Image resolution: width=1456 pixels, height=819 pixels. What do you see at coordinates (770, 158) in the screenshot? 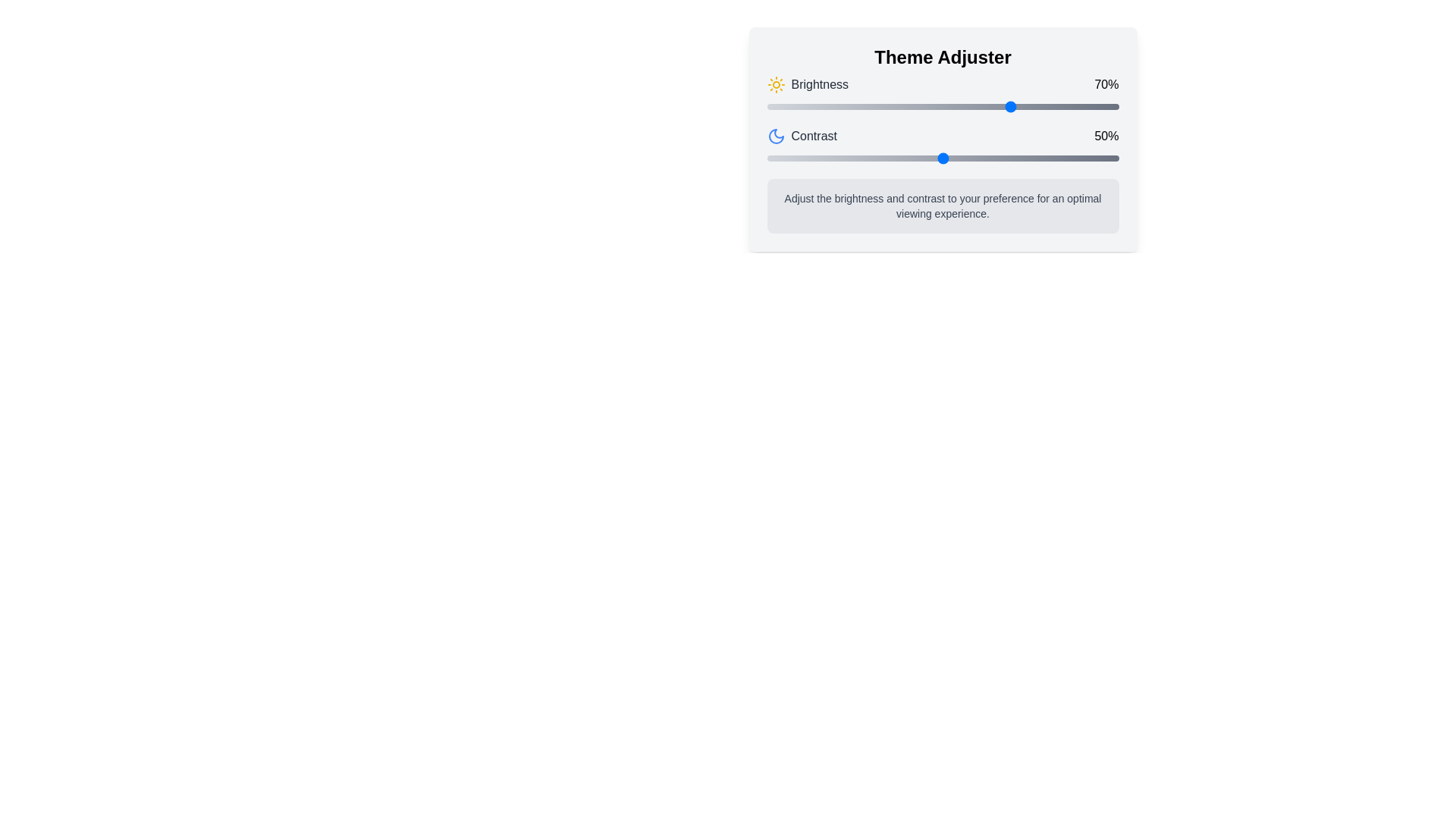
I see `the contrast level` at bounding box center [770, 158].